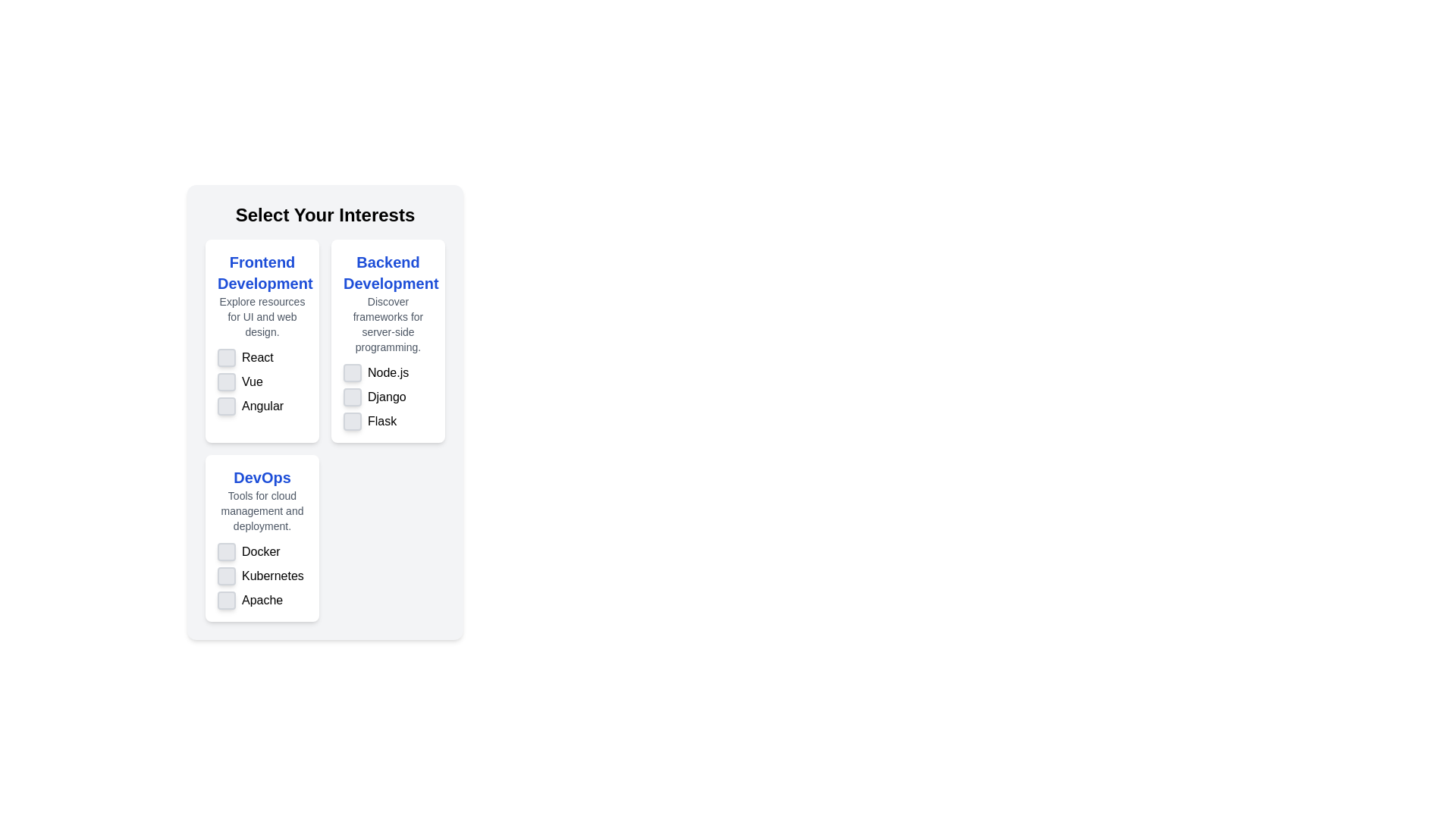 The height and width of the screenshot is (819, 1456). Describe the element at coordinates (262, 357) in the screenshot. I see `the checkbox next to the 'React' label` at that location.